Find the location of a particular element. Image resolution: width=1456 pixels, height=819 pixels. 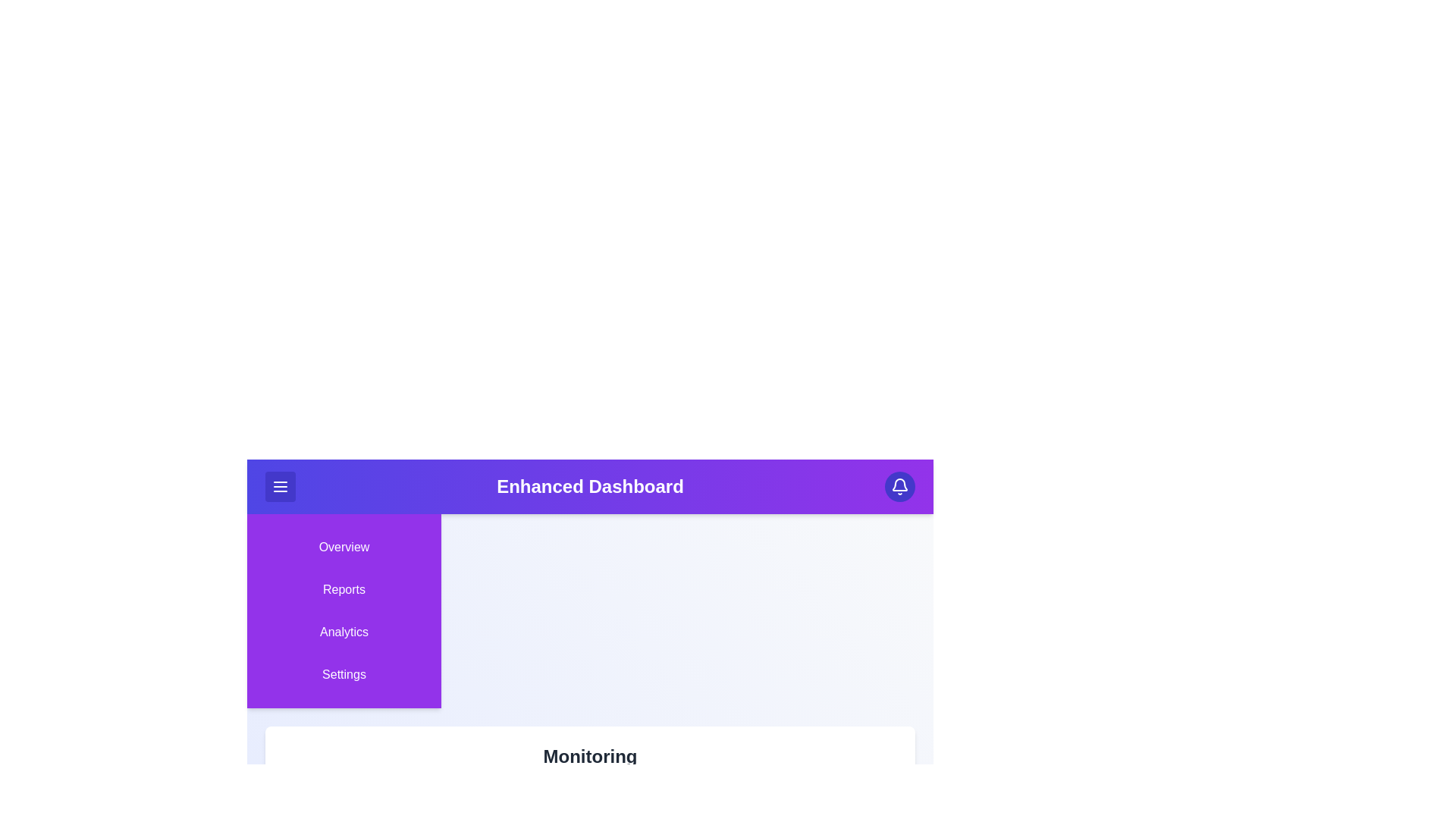

the notification button located at the top-right corner of the AppBar is located at coordinates (899, 486).